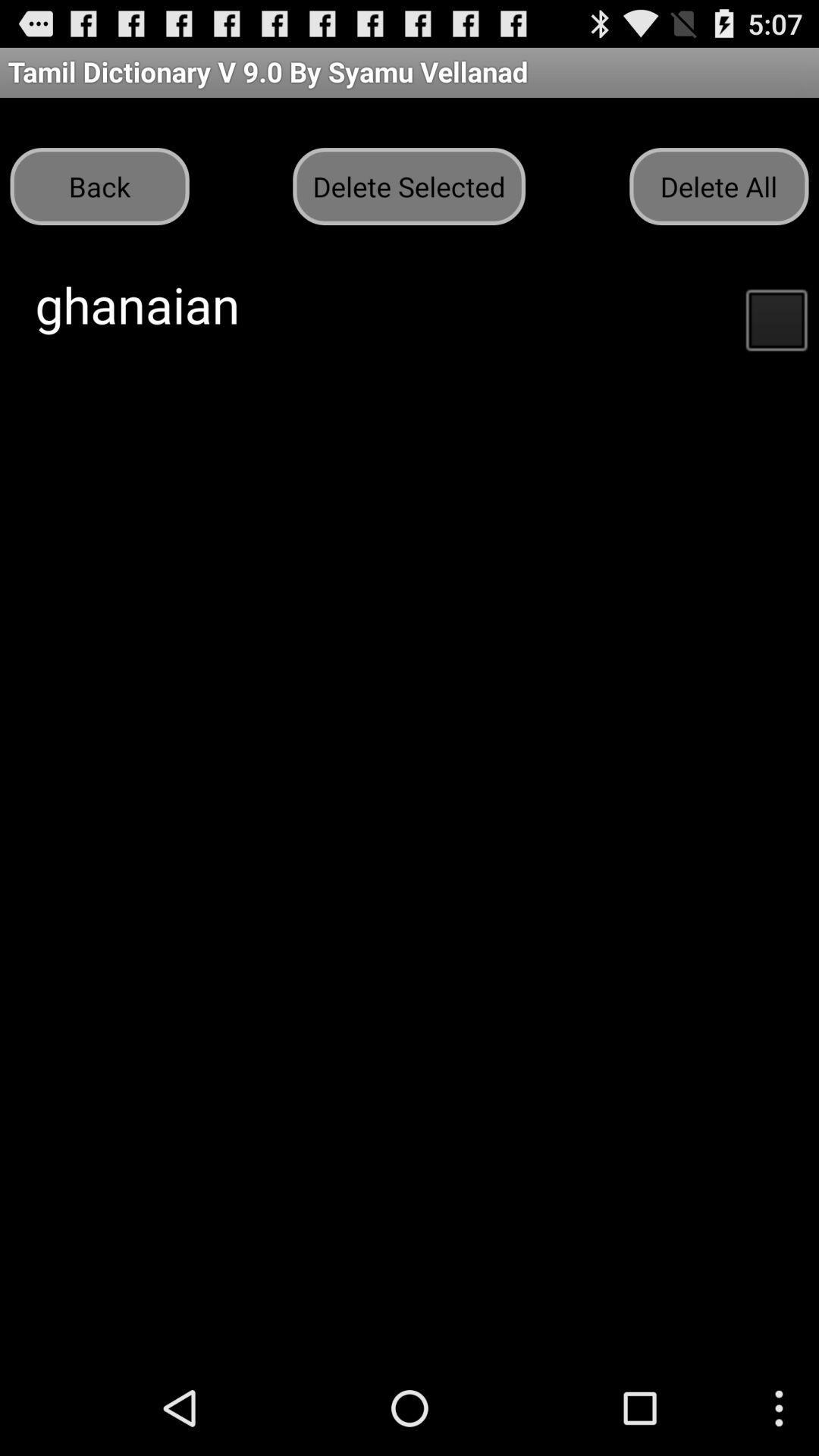  I want to click on the button to the right of the delete selected icon, so click(718, 185).